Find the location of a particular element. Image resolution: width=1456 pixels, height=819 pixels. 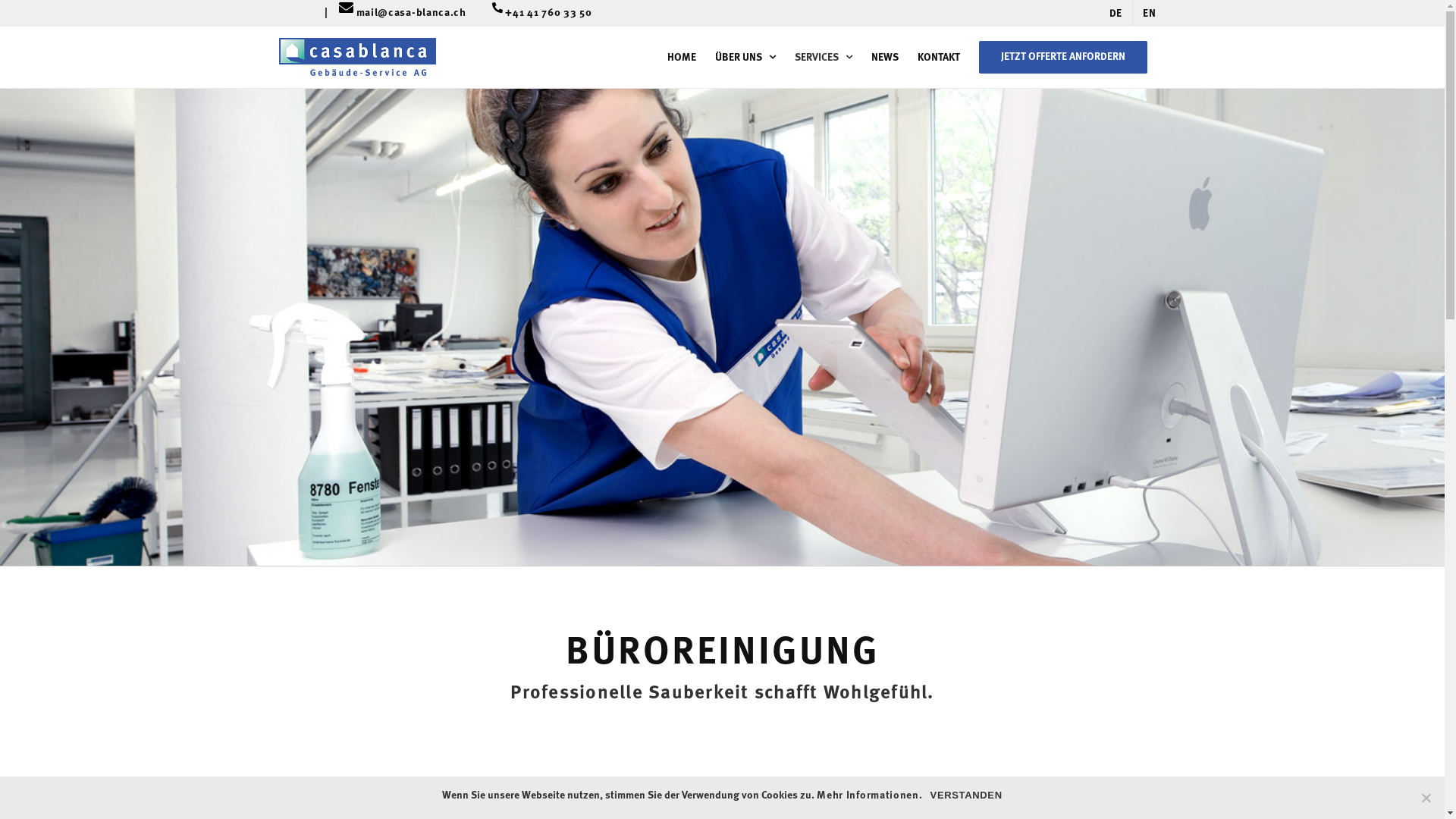

'KONTAKT' is located at coordinates (938, 56).